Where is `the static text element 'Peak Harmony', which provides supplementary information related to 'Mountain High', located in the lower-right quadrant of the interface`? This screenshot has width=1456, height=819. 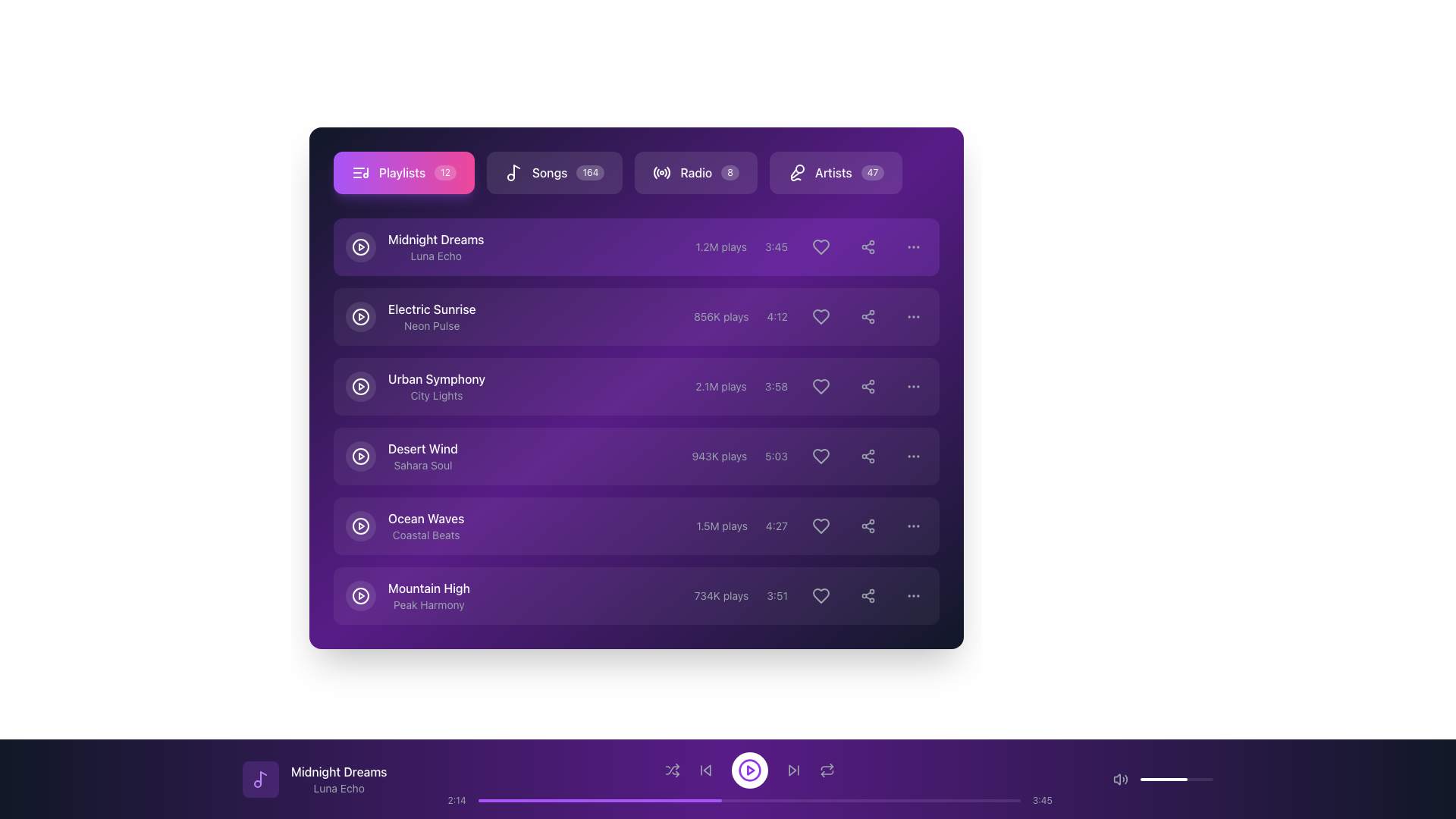 the static text element 'Peak Harmony', which provides supplementary information related to 'Mountain High', located in the lower-right quadrant of the interface is located at coordinates (428, 604).